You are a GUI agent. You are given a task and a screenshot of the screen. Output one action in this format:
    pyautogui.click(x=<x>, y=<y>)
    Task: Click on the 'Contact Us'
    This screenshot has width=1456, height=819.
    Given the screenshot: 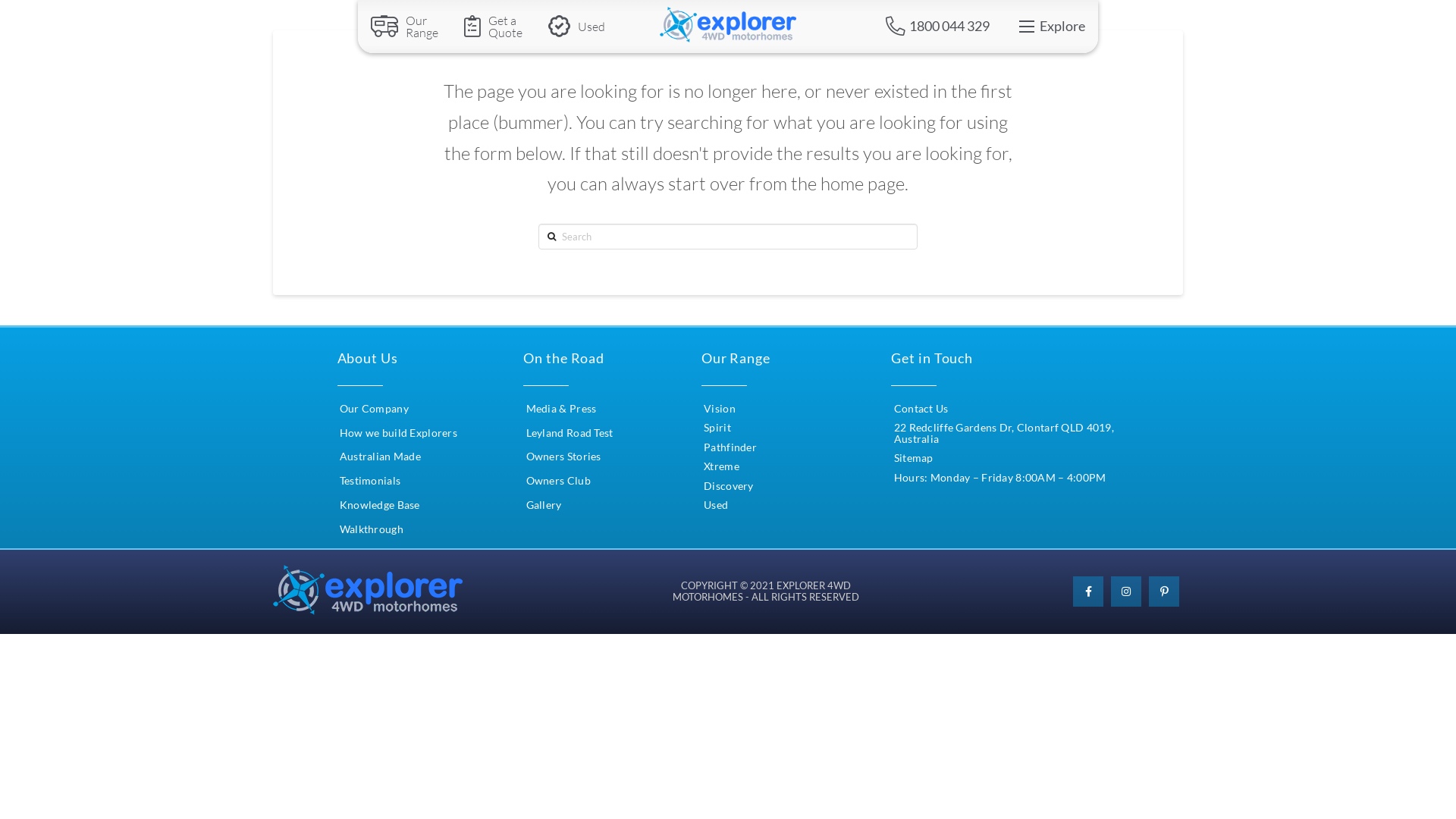 What is the action you would take?
    pyautogui.click(x=920, y=408)
    